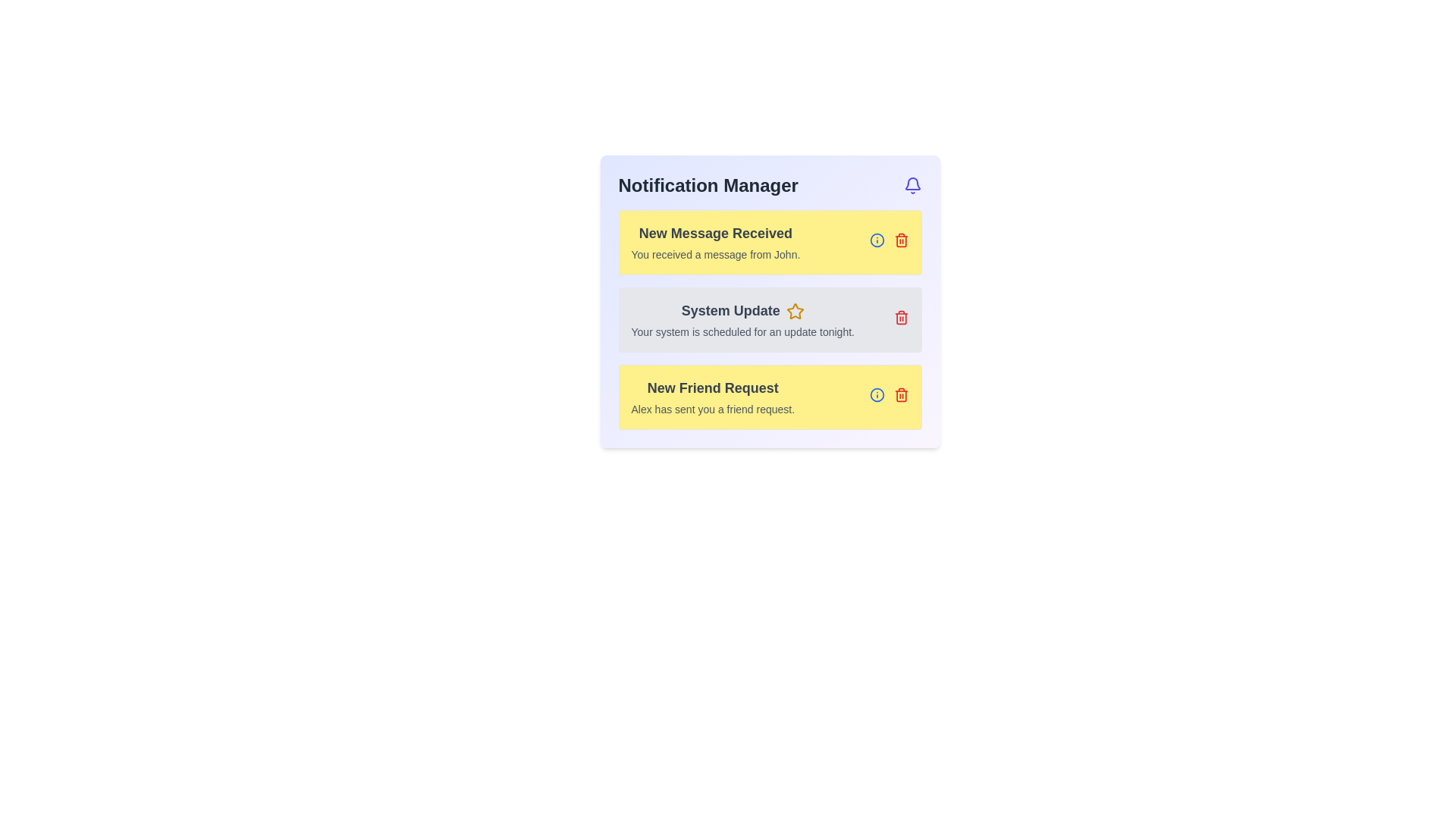  What do you see at coordinates (901, 394) in the screenshot?
I see `the red trash can icon button located in the top-right corner of the 'New Friend Request' yellow card` at bounding box center [901, 394].